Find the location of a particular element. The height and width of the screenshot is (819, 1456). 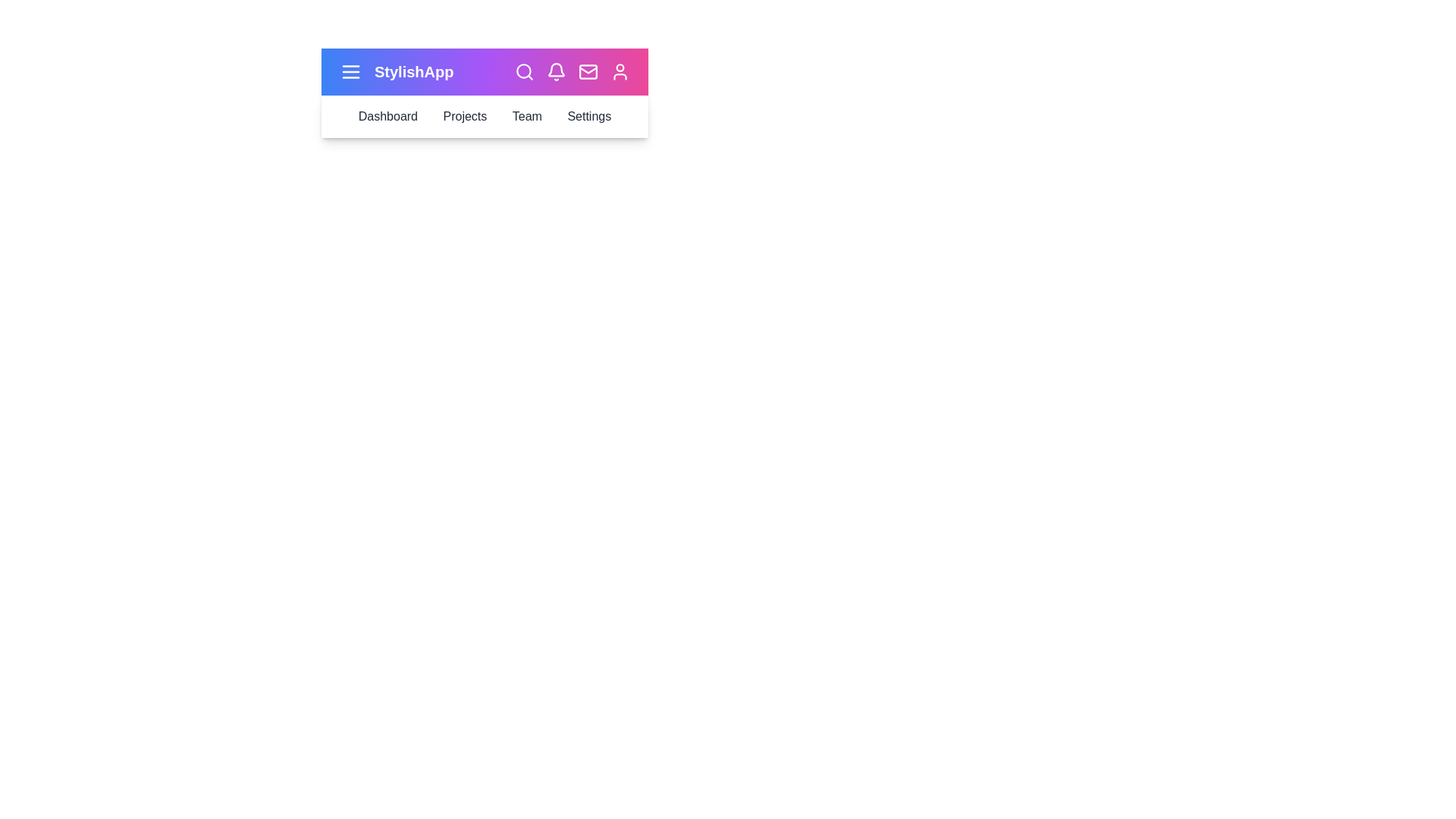

the menu icon to toggle the menu is located at coordinates (350, 72).